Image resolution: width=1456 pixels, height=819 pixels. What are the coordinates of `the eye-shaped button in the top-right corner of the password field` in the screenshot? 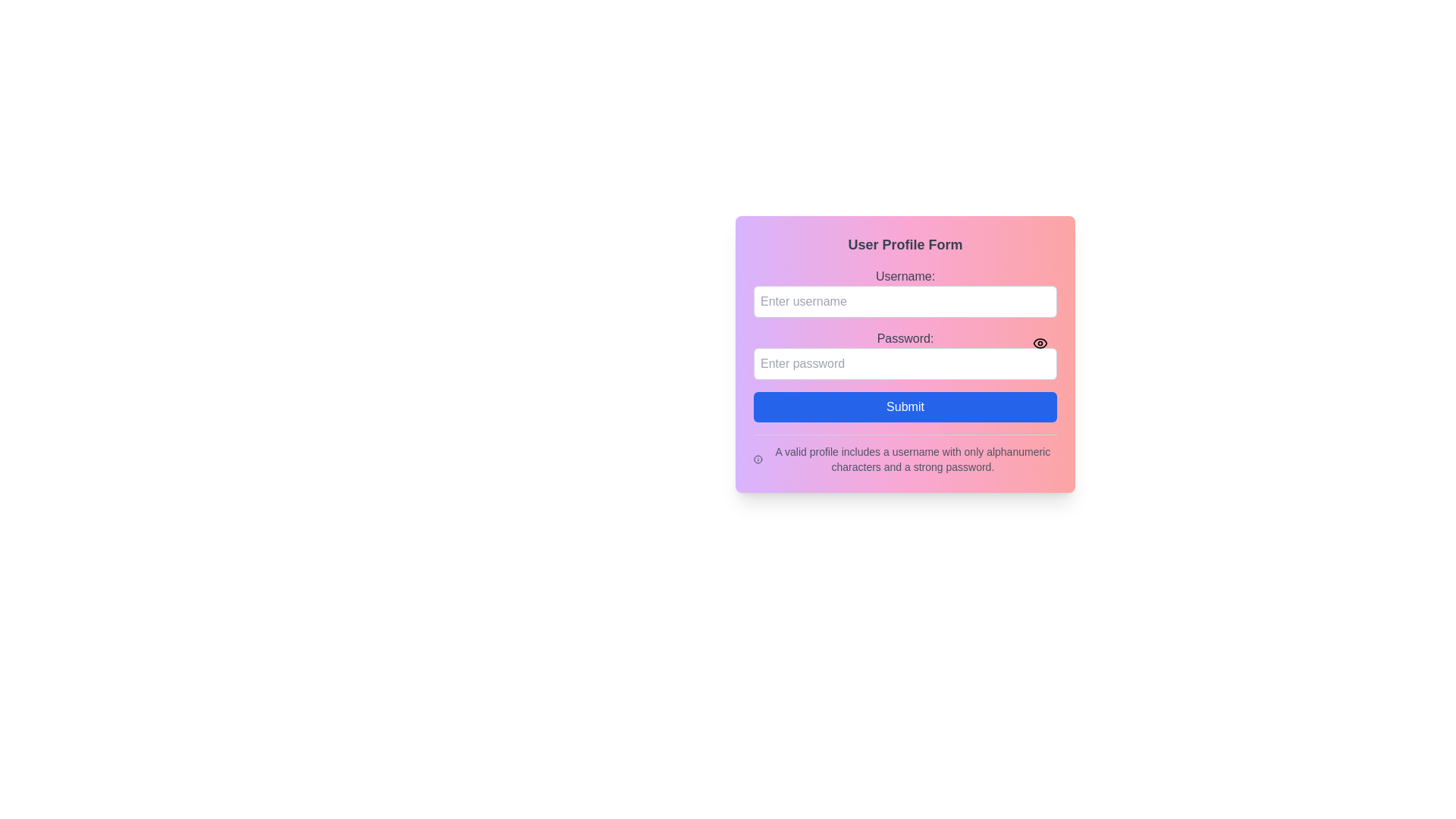 It's located at (1040, 343).